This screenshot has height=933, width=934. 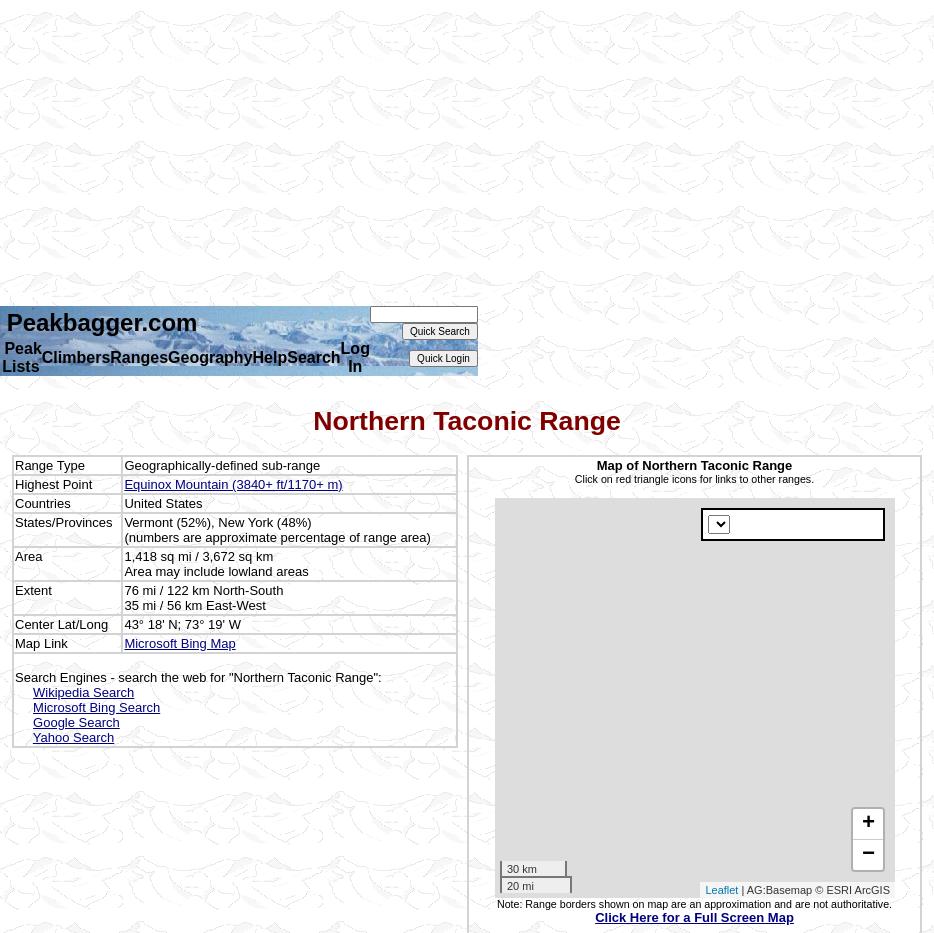 What do you see at coordinates (215, 569) in the screenshot?
I see `'Area may include lowland areas'` at bounding box center [215, 569].